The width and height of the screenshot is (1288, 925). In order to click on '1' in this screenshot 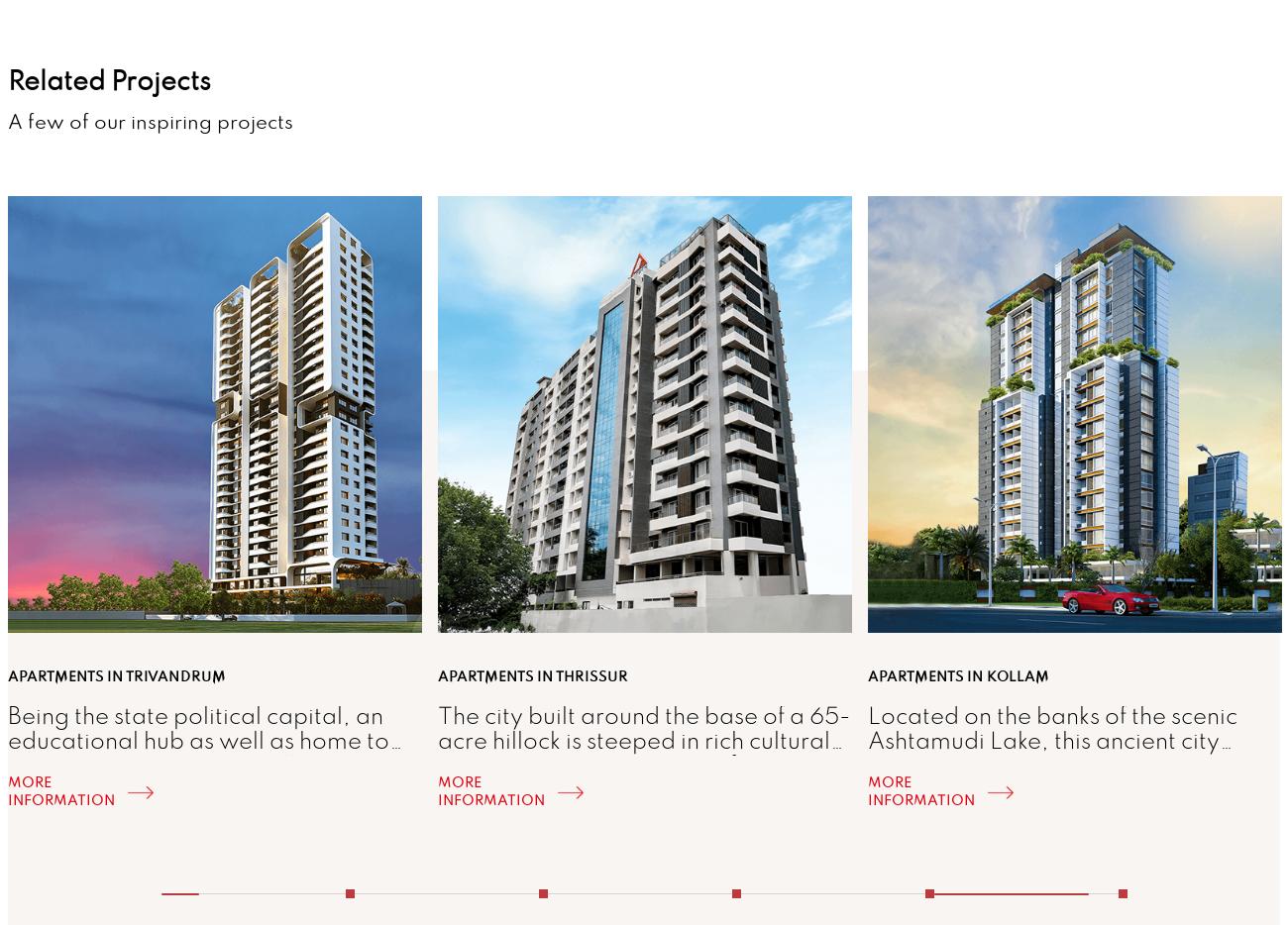, I will do `click(343, 879)`.